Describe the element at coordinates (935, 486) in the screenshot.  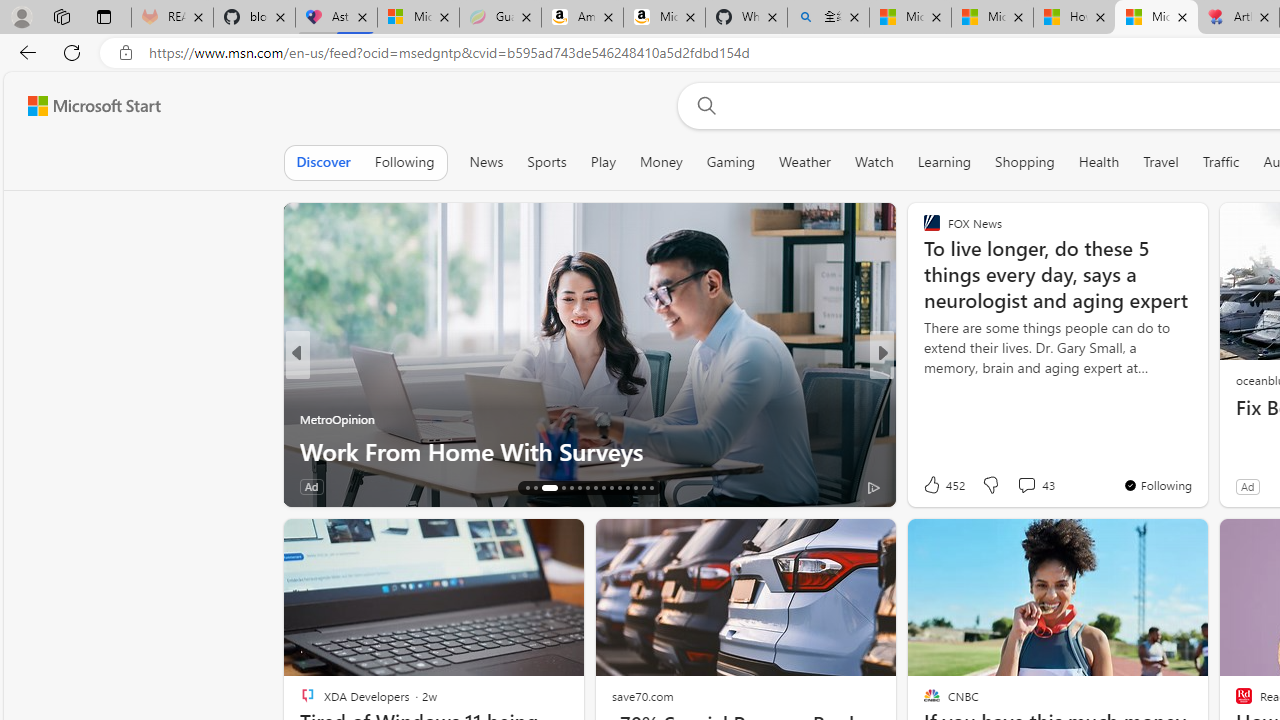
I see `'323 Like'` at that location.